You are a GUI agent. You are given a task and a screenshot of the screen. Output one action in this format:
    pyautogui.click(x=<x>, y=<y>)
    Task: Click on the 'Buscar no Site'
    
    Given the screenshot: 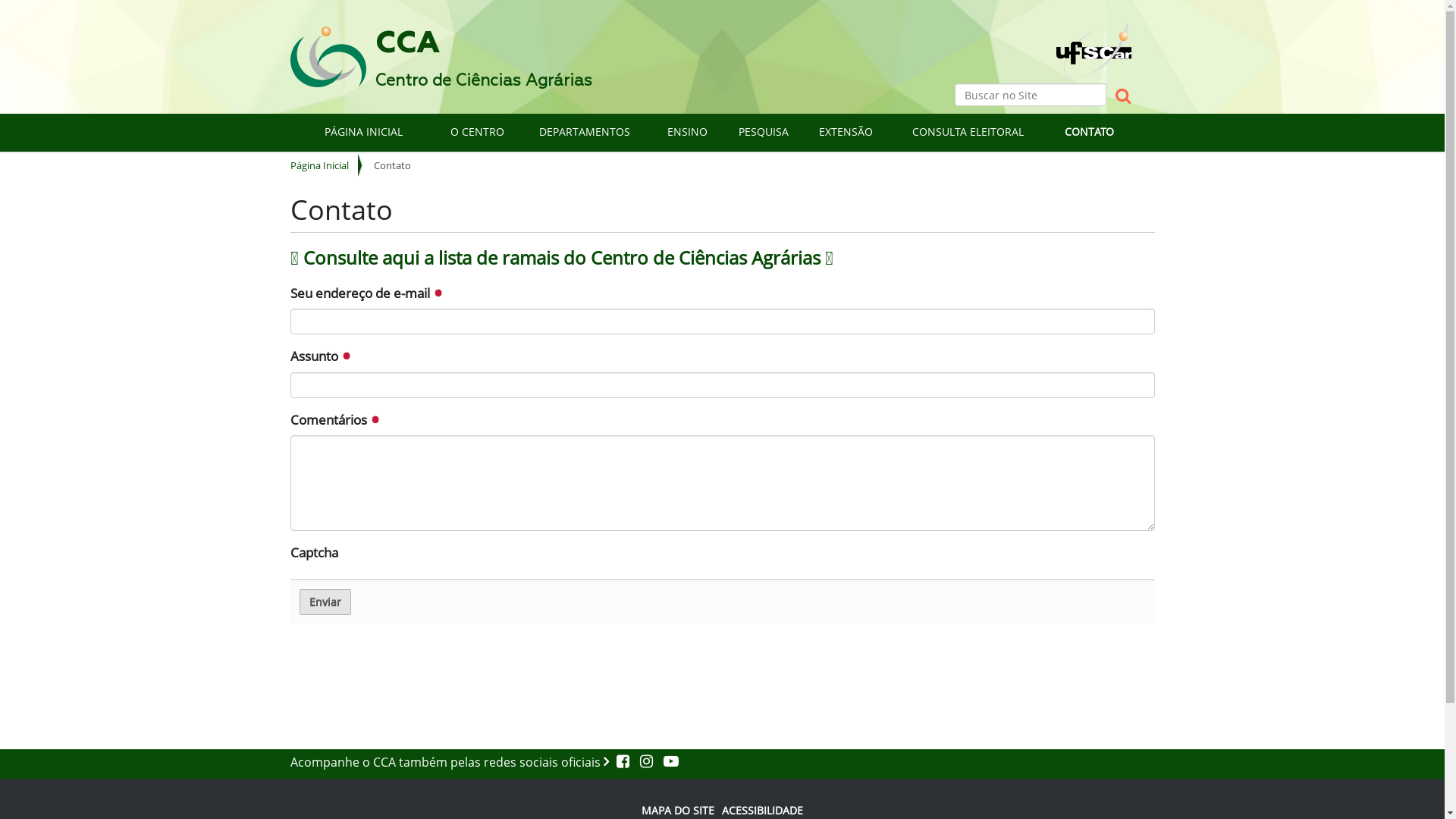 What is the action you would take?
    pyautogui.click(x=1030, y=94)
    